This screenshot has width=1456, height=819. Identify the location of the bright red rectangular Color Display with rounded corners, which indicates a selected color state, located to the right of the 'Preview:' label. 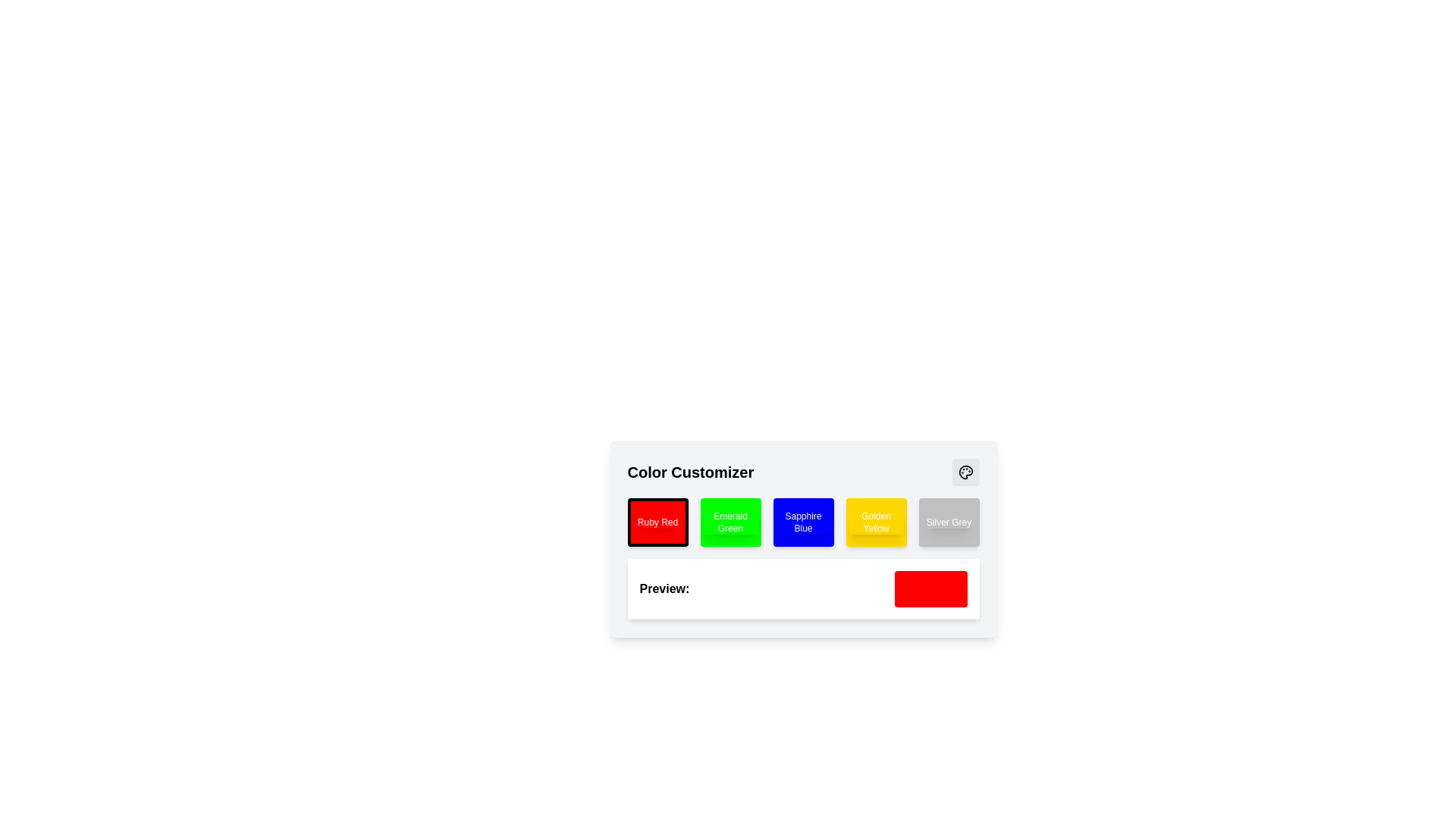
(930, 588).